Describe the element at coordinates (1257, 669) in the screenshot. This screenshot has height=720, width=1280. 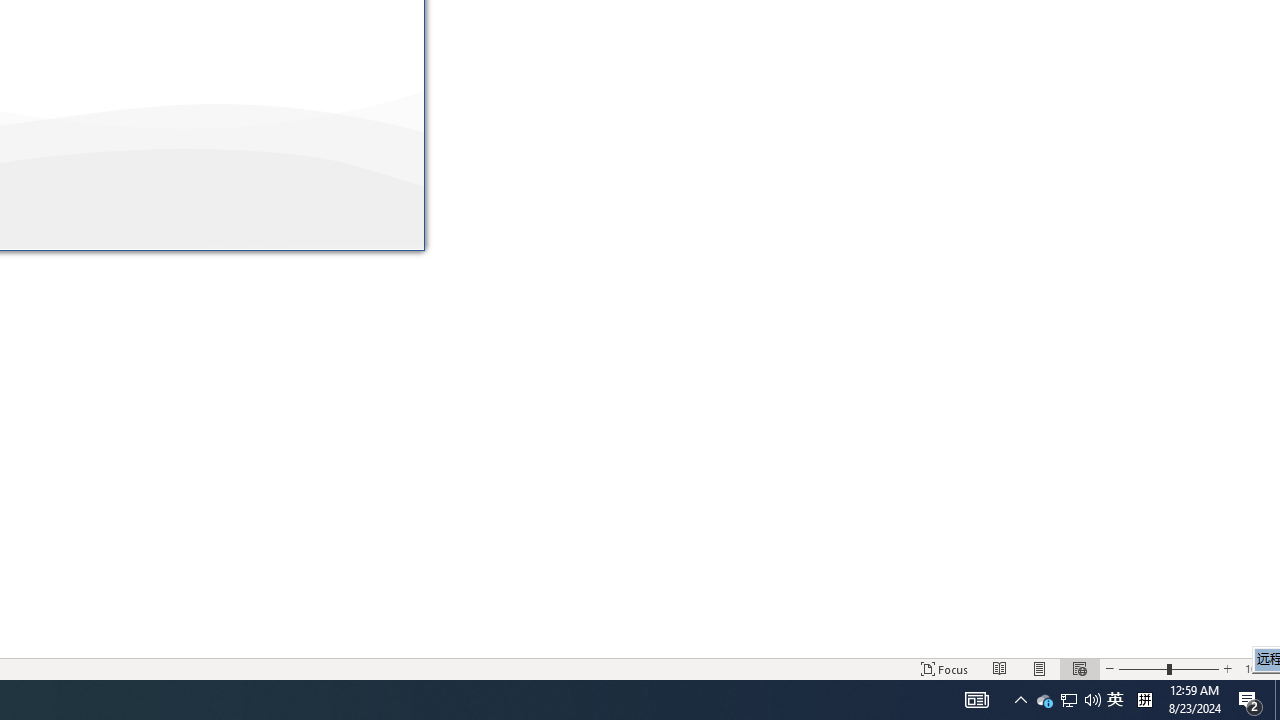
I see `'Zoom 100%'` at that location.